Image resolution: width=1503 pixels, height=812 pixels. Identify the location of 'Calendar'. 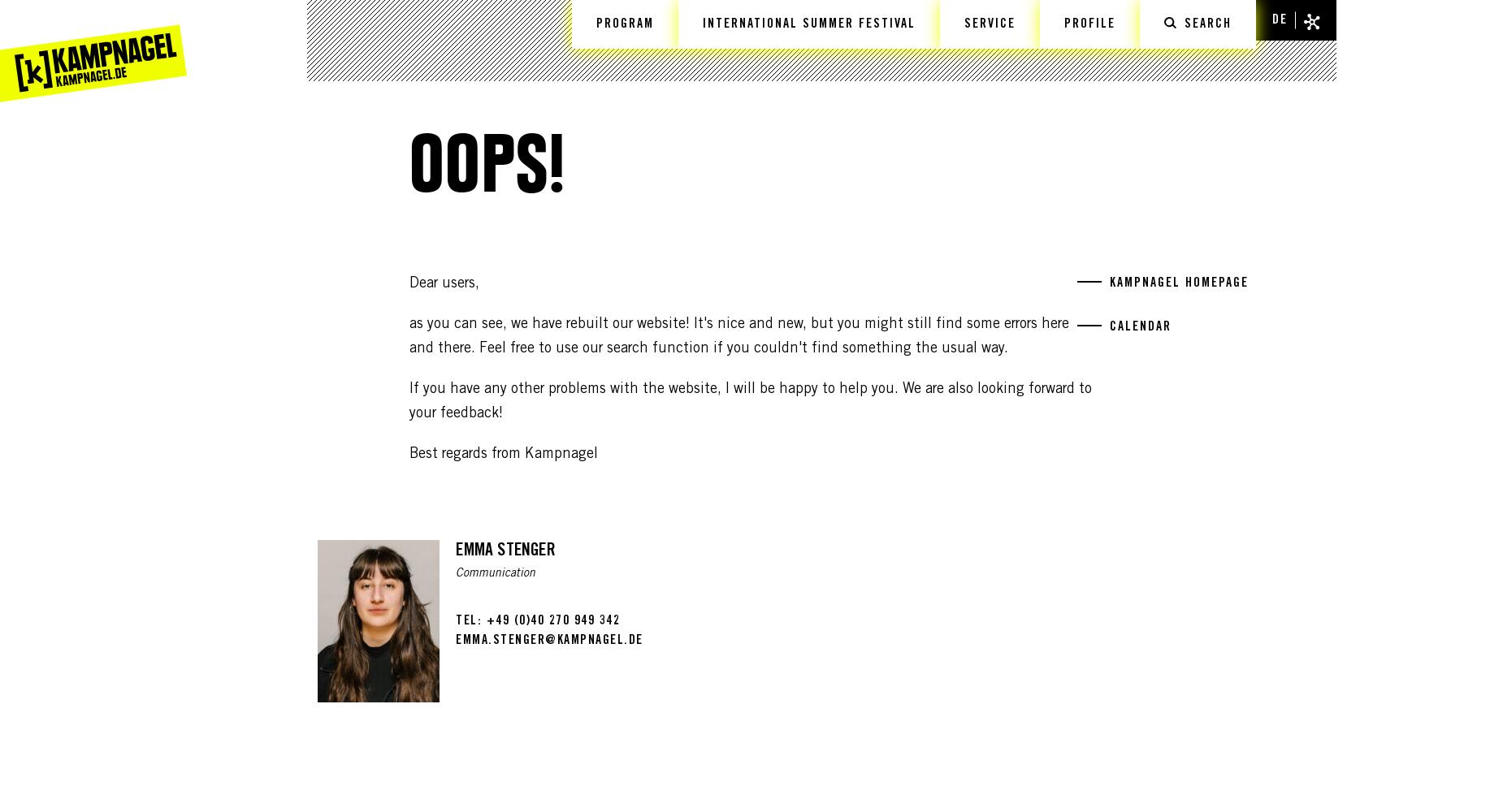
(1109, 327).